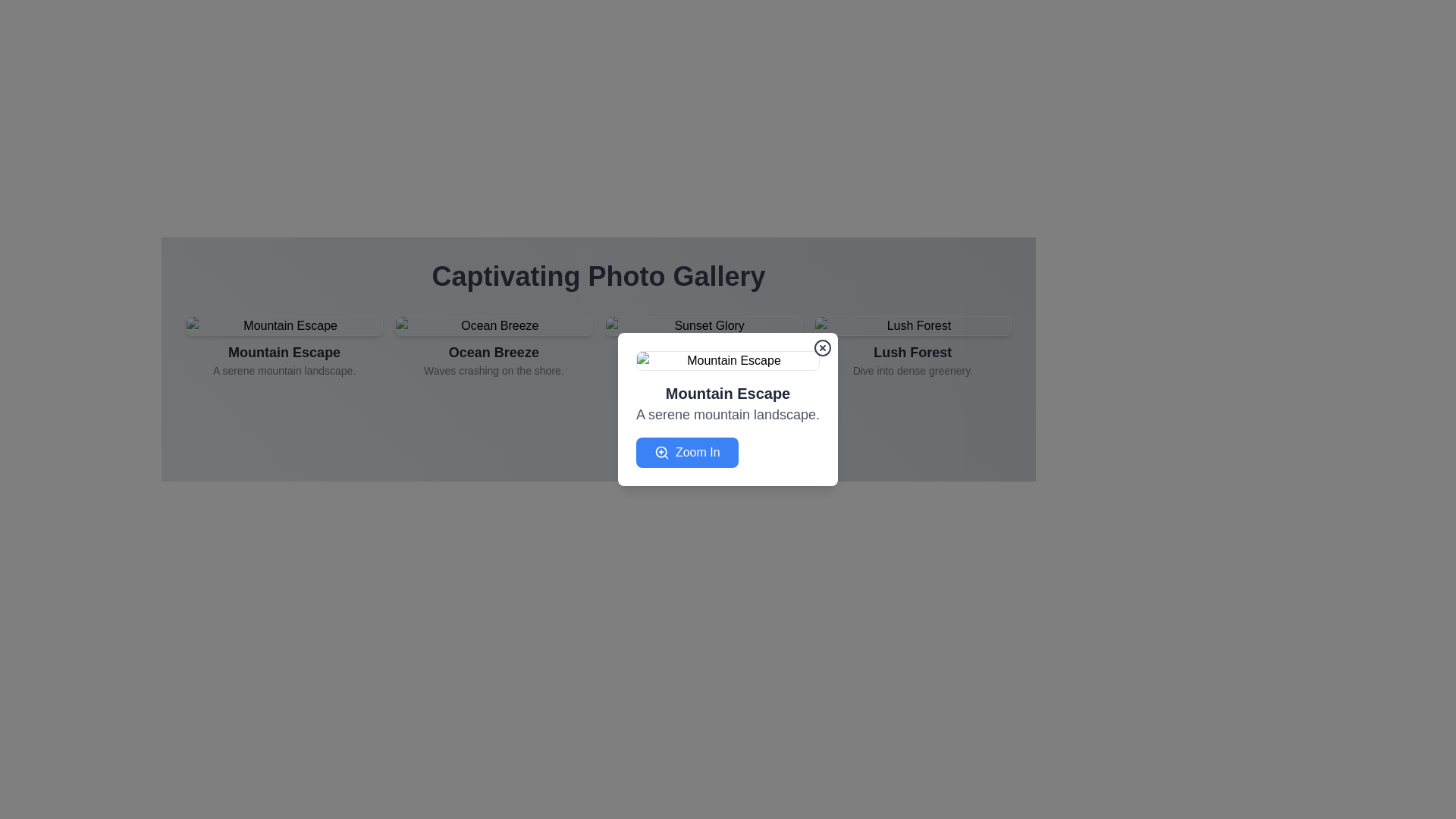  What do you see at coordinates (284, 359) in the screenshot?
I see `the descriptive text block located beneath the title of the image labeled 'Mountain Escape' in the photo gallery layout` at bounding box center [284, 359].